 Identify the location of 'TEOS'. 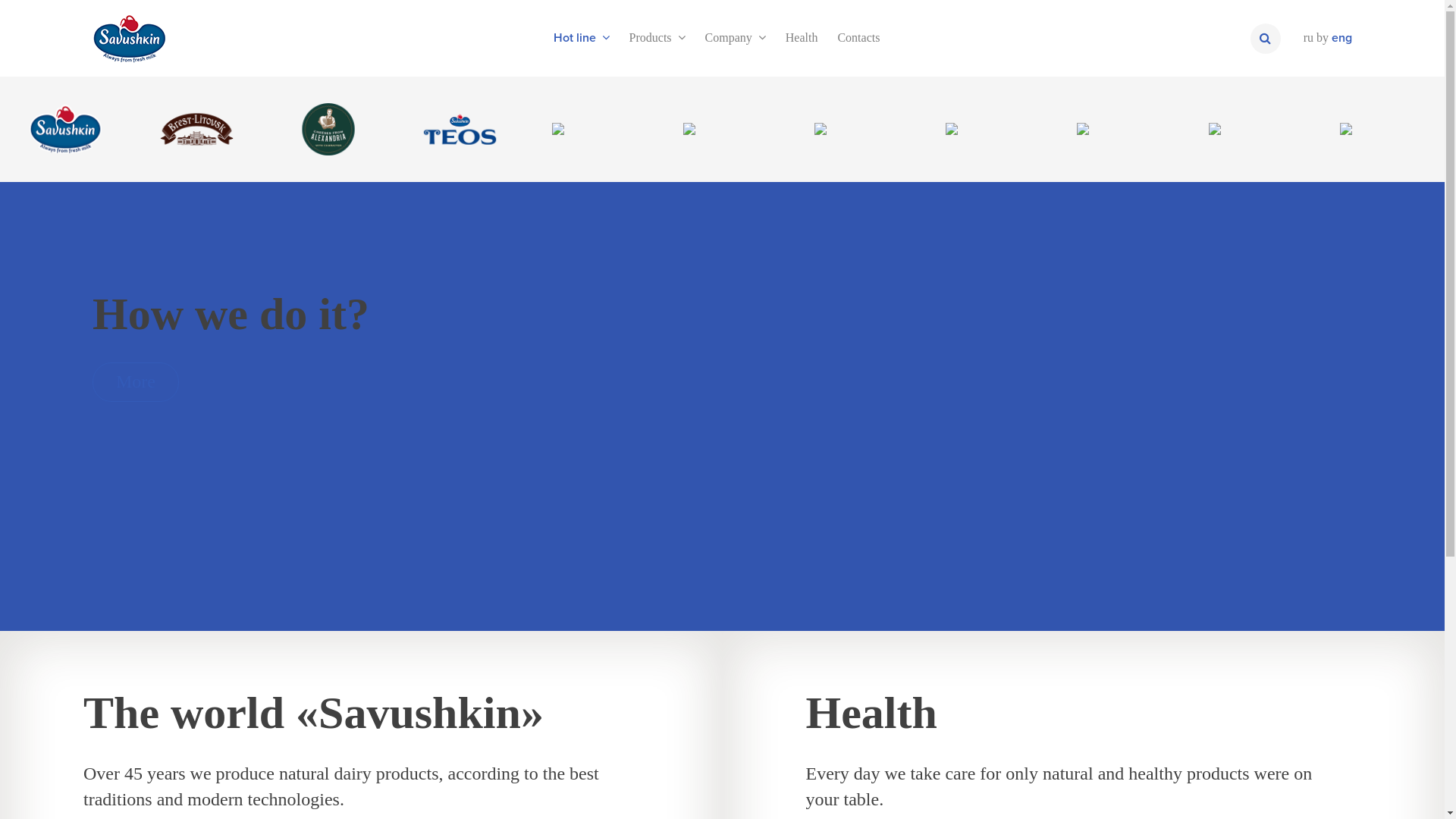
(459, 128).